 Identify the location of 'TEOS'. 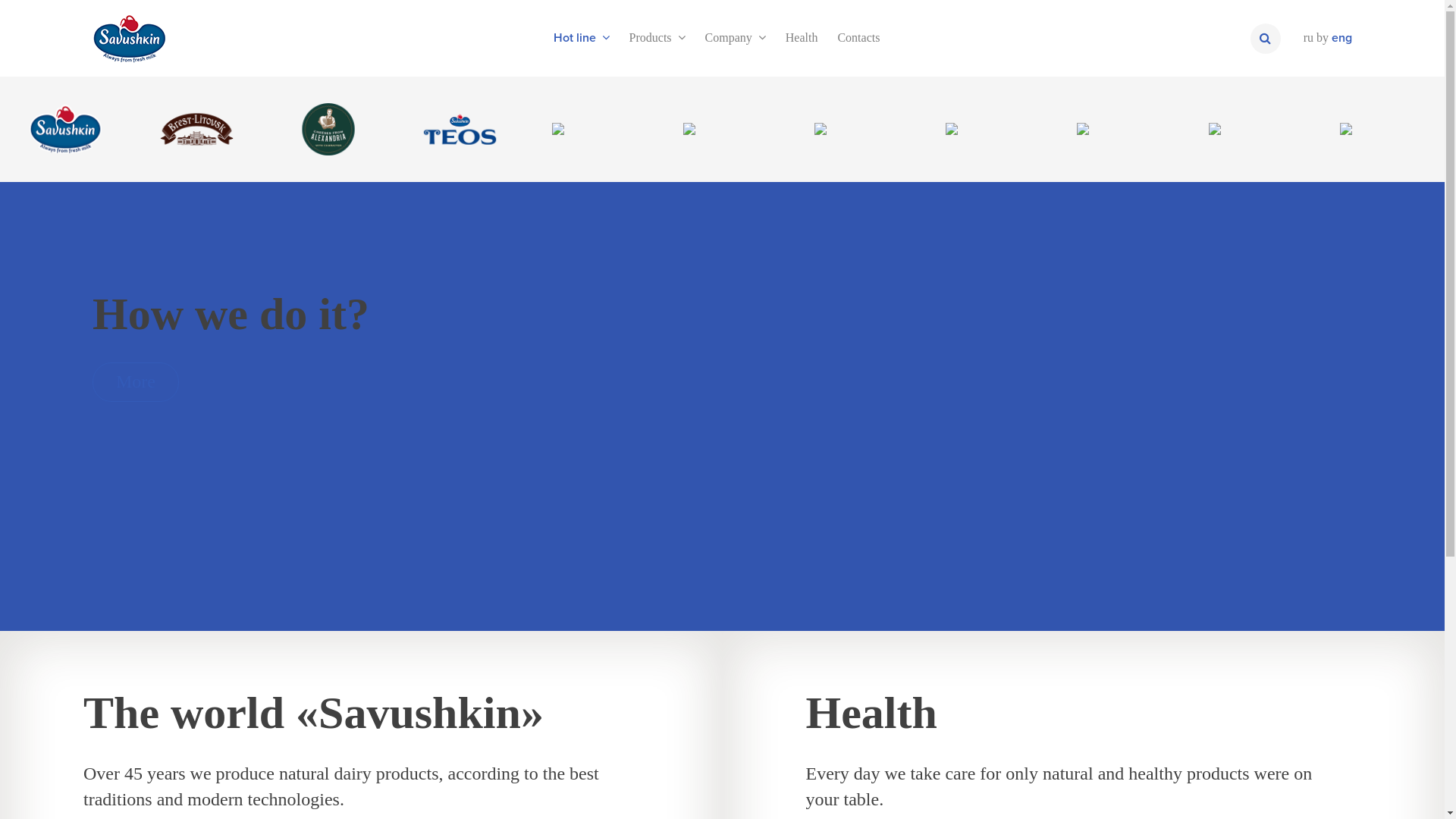
(459, 128).